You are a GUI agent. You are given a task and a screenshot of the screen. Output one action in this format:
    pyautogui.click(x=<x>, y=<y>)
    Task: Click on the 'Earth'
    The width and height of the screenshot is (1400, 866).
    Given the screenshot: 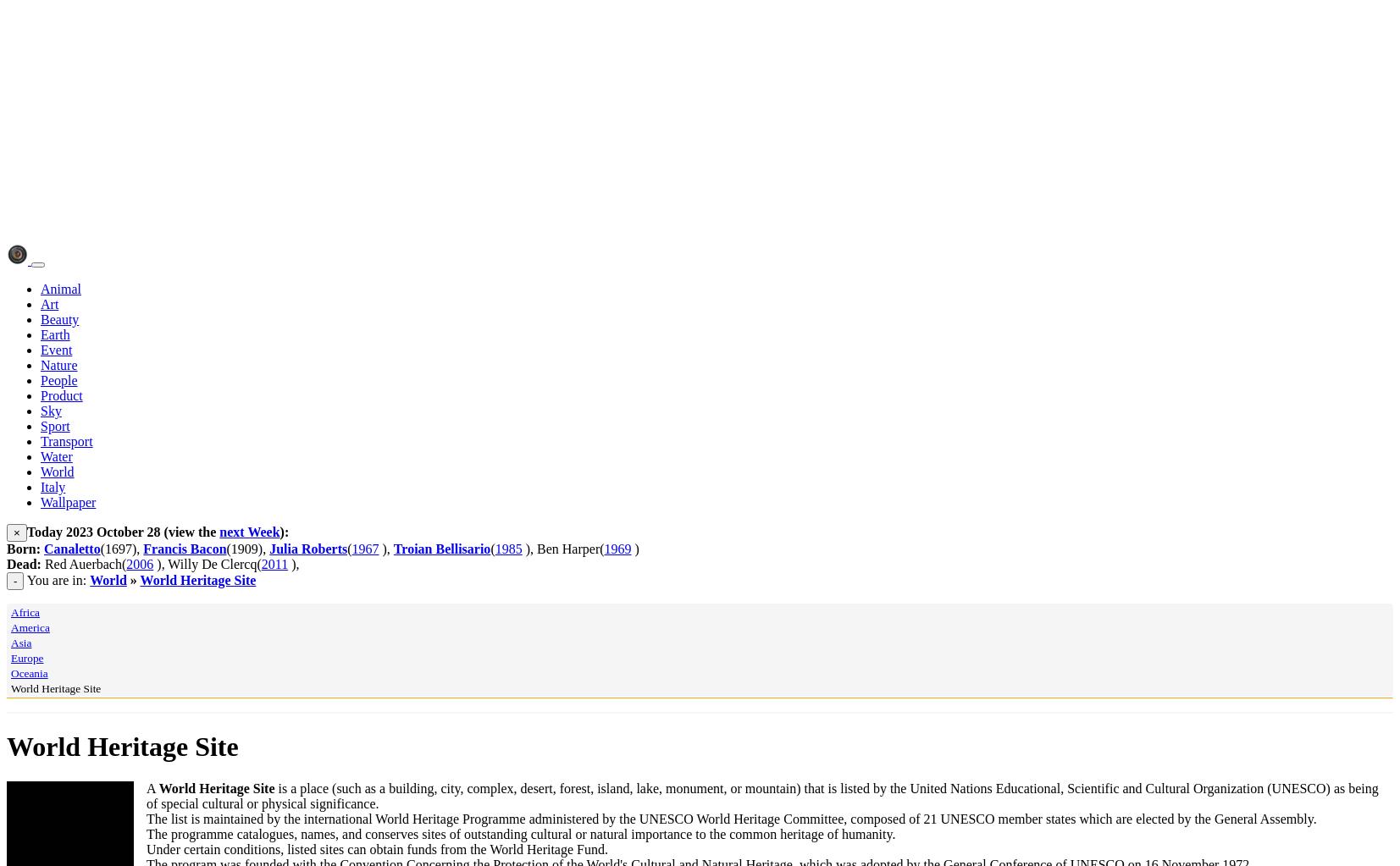 What is the action you would take?
    pyautogui.click(x=53, y=334)
    